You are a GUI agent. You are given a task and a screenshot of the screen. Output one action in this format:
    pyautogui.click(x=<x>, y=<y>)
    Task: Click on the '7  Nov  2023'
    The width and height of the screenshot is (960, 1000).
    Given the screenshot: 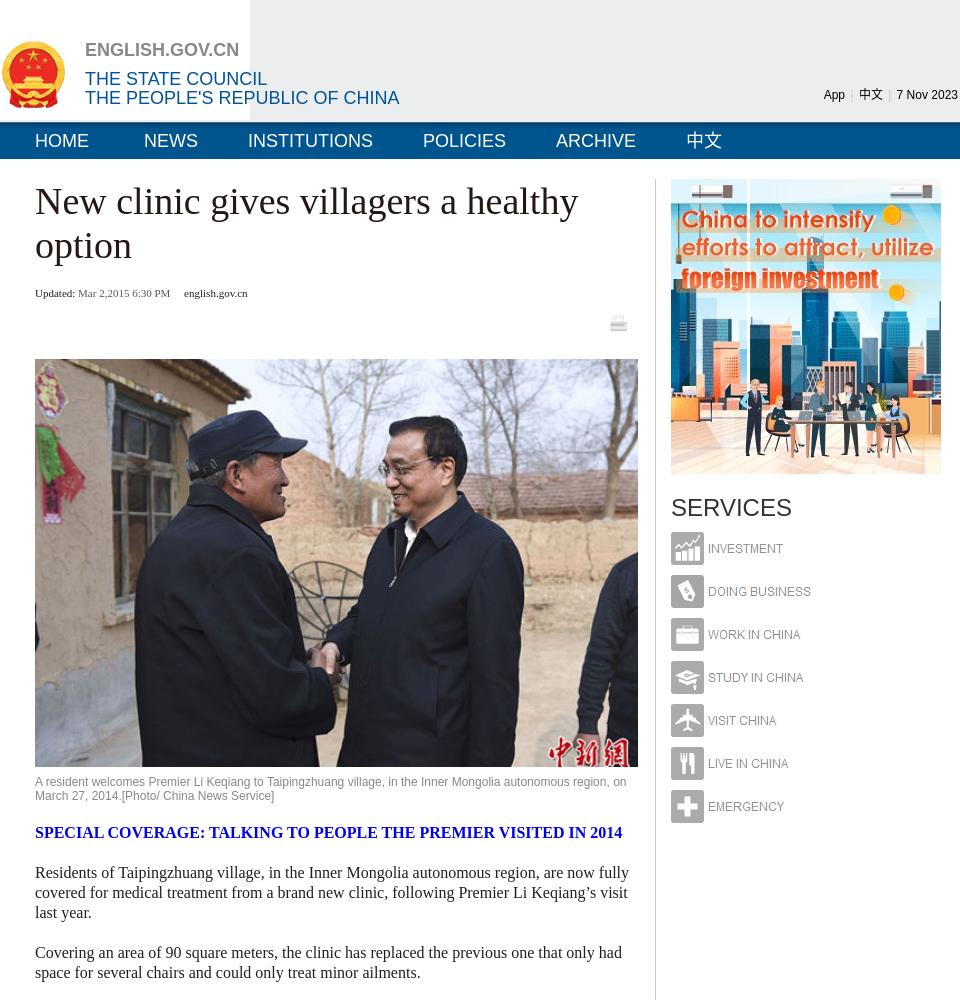 What is the action you would take?
    pyautogui.click(x=926, y=94)
    